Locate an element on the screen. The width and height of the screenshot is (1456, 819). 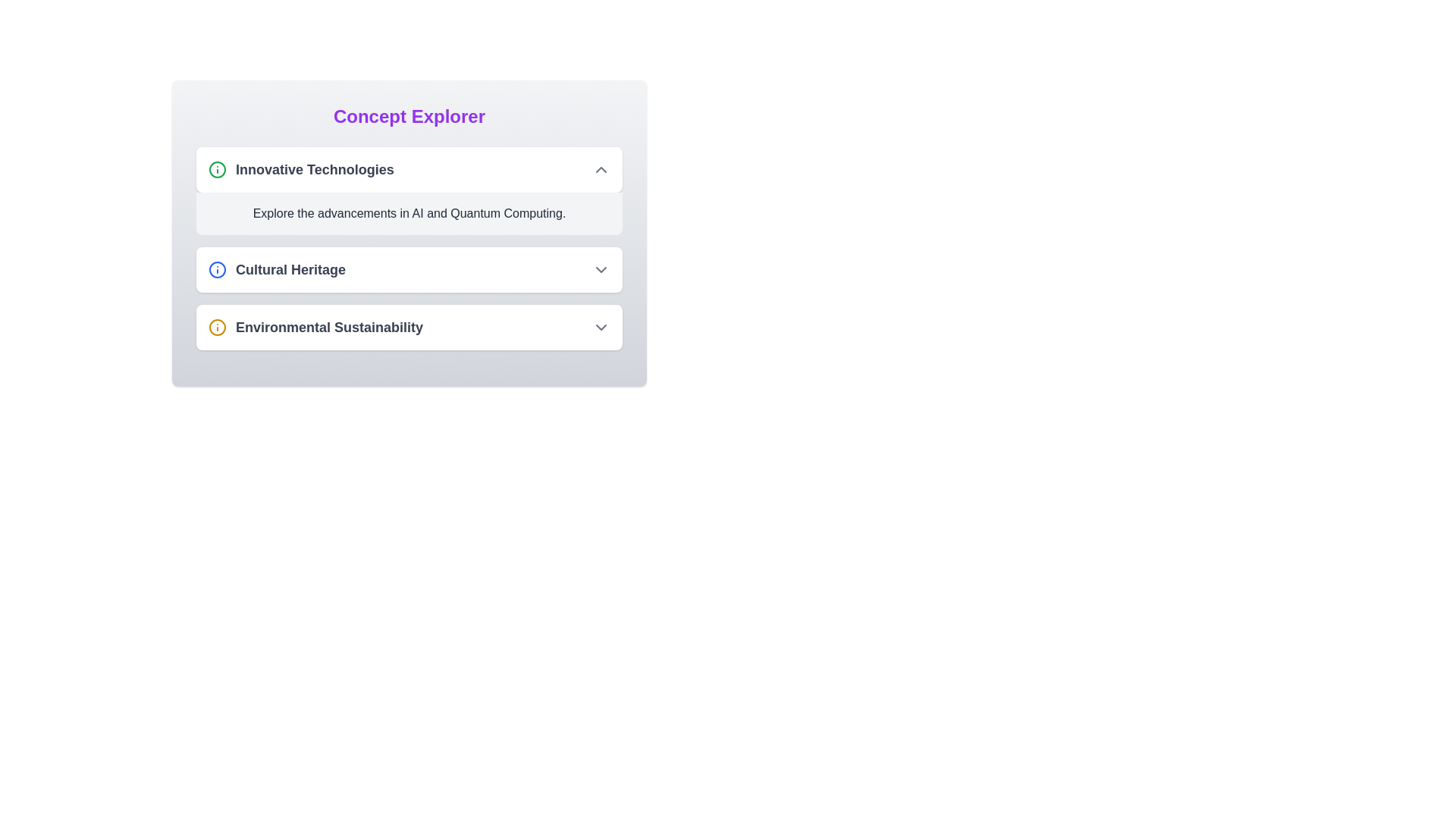
the 'Environmental Sustainability' label in the menu is located at coordinates (328, 327).